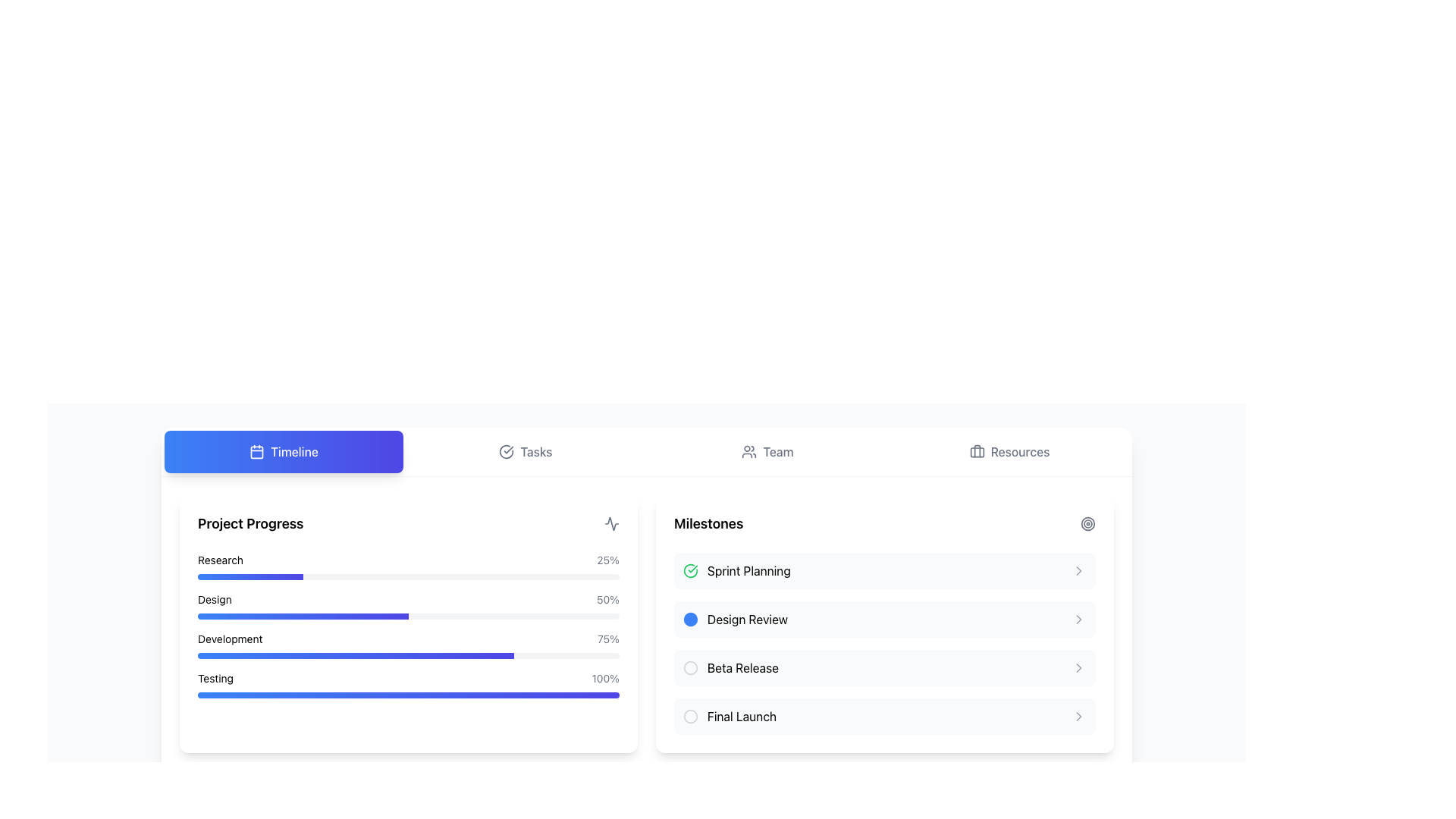 The image size is (1456, 819). I want to click on the SVG icon located in the 'Project Progress' section, positioned to the right of the text 'Project Progress', so click(611, 522).